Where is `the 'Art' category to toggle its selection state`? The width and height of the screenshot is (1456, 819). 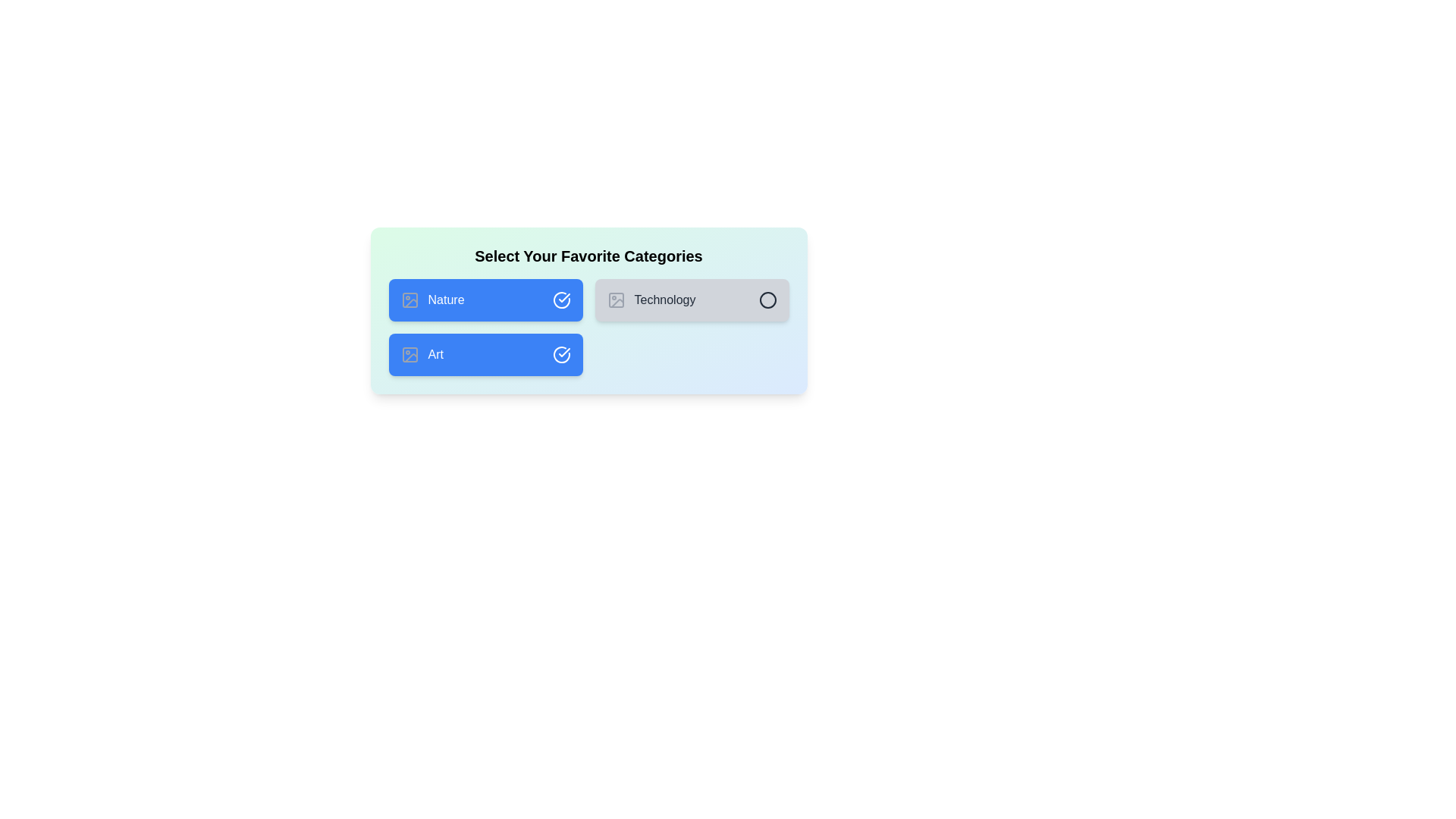
the 'Art' category to toggle its selection state is located at coordinates (485, 354).